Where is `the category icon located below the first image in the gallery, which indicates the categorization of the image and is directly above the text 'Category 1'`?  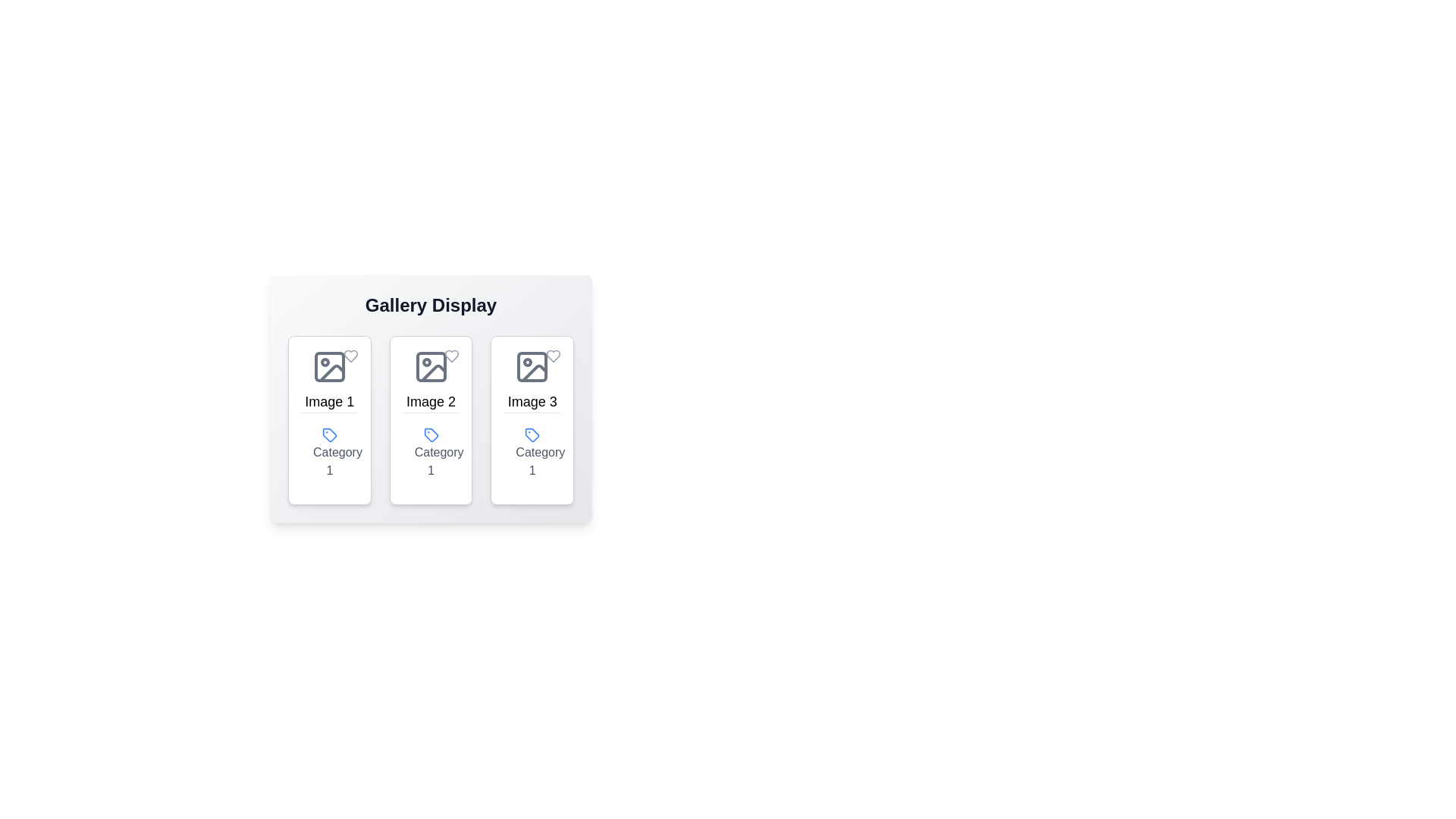
the category icon located below the first image in the gallery, which indicates the categorization of the image and is directly above the text 'Category 1' is located at coordinates (328, 435).